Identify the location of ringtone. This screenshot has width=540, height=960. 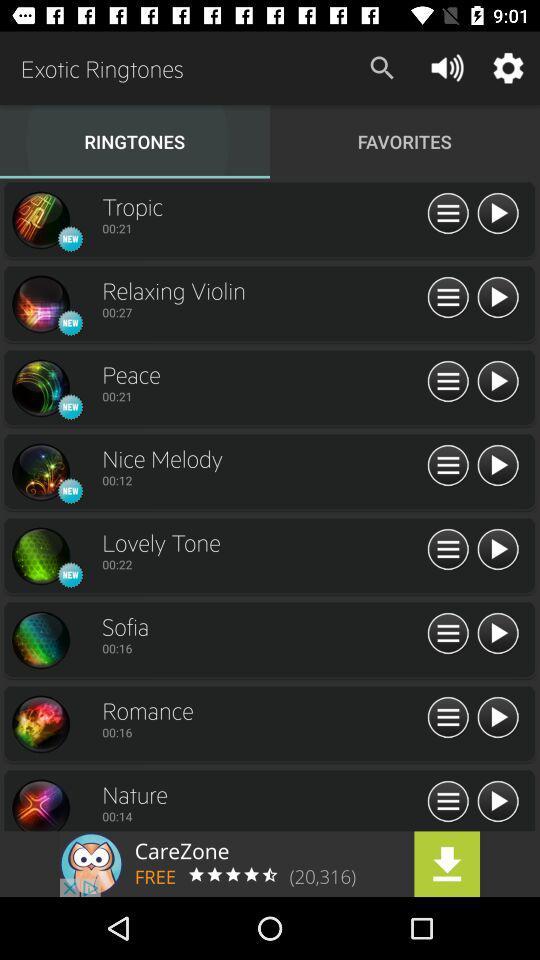
(496, 297).